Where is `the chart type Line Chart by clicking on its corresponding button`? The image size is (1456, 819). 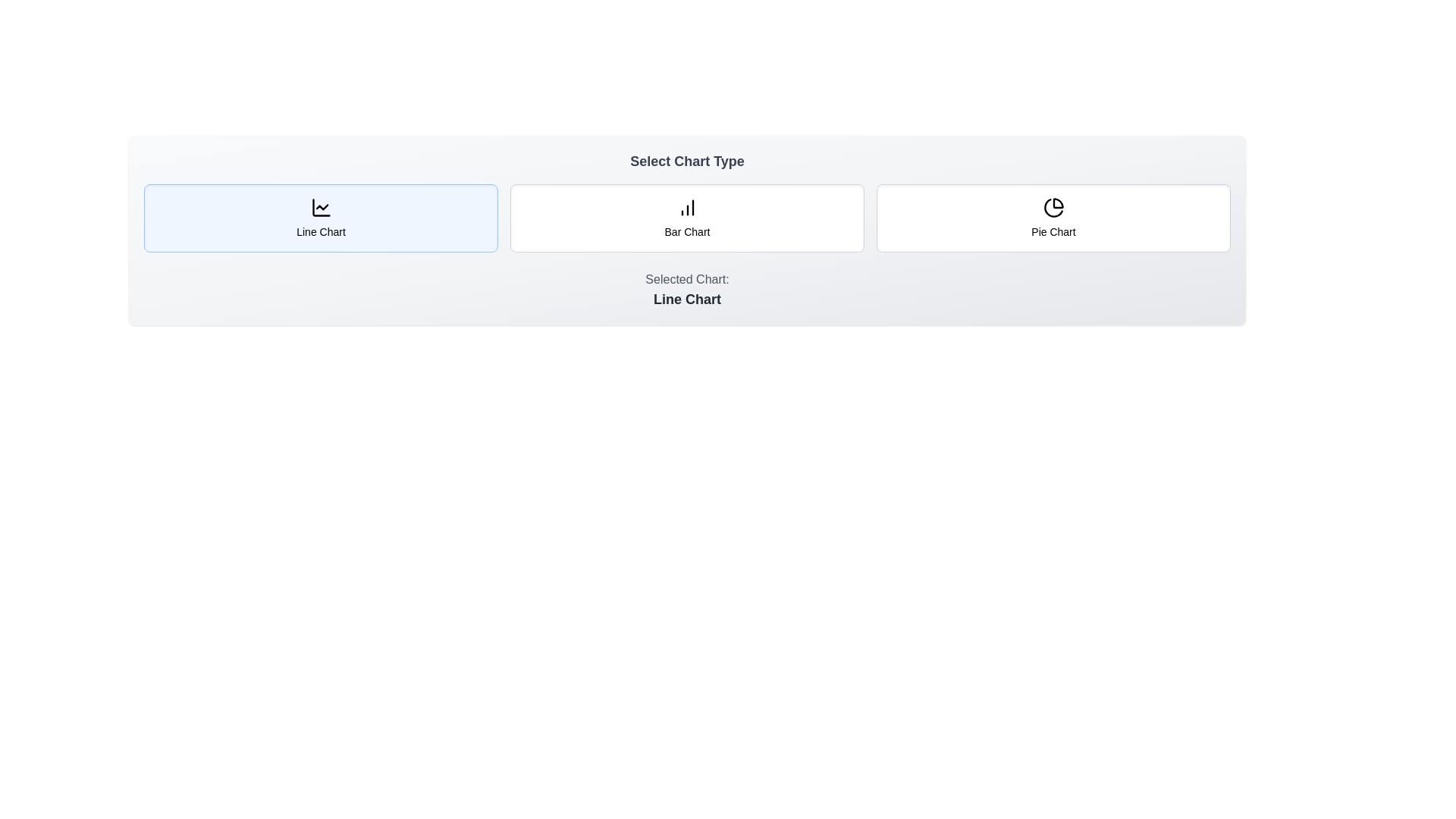
the chart type Line Chart by clicking on its corresponding button is located at coordinates (320, 218).